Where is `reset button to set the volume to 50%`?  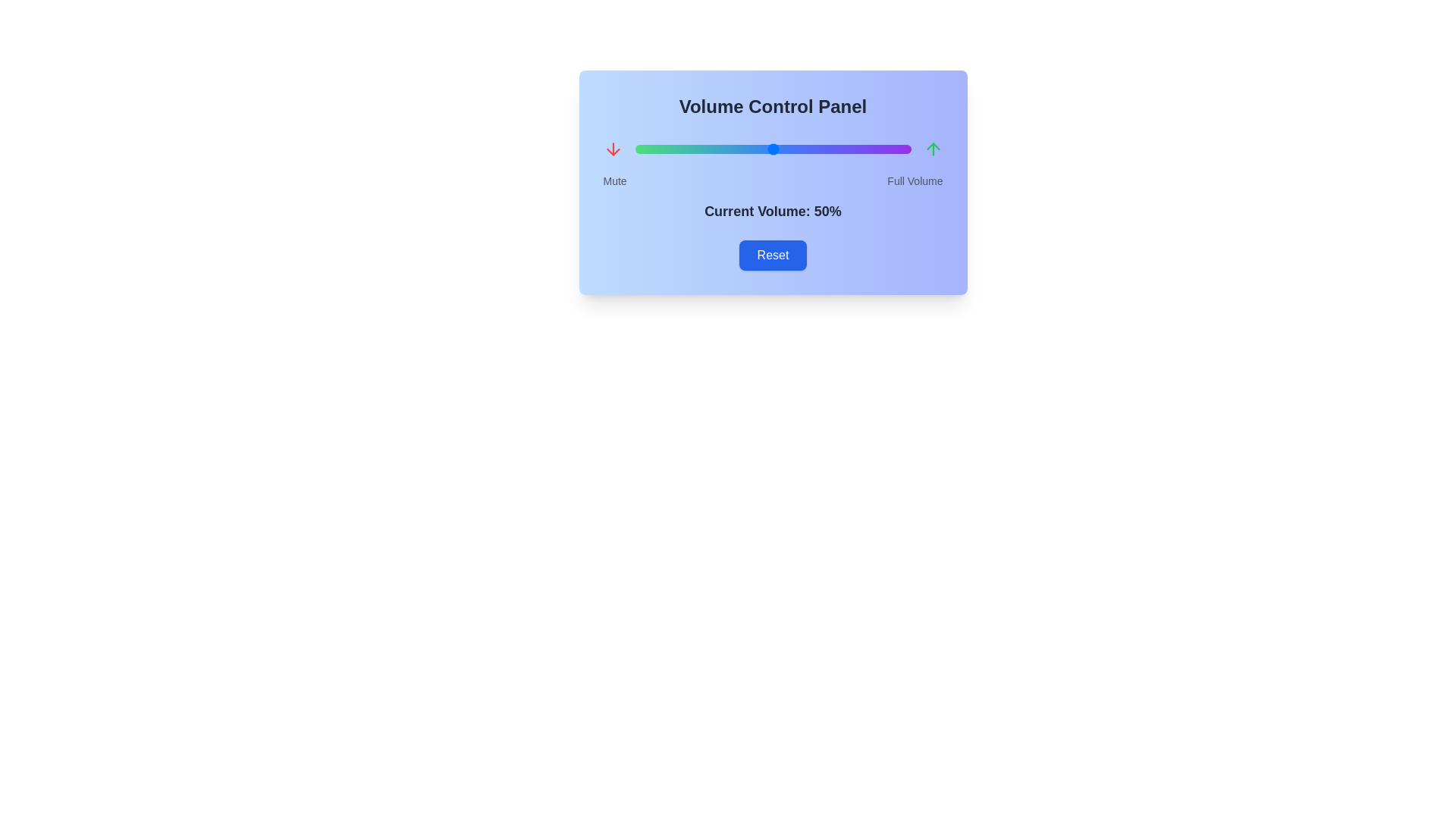 reset button to set the volume to 50% is located at coordinates (773, 254).